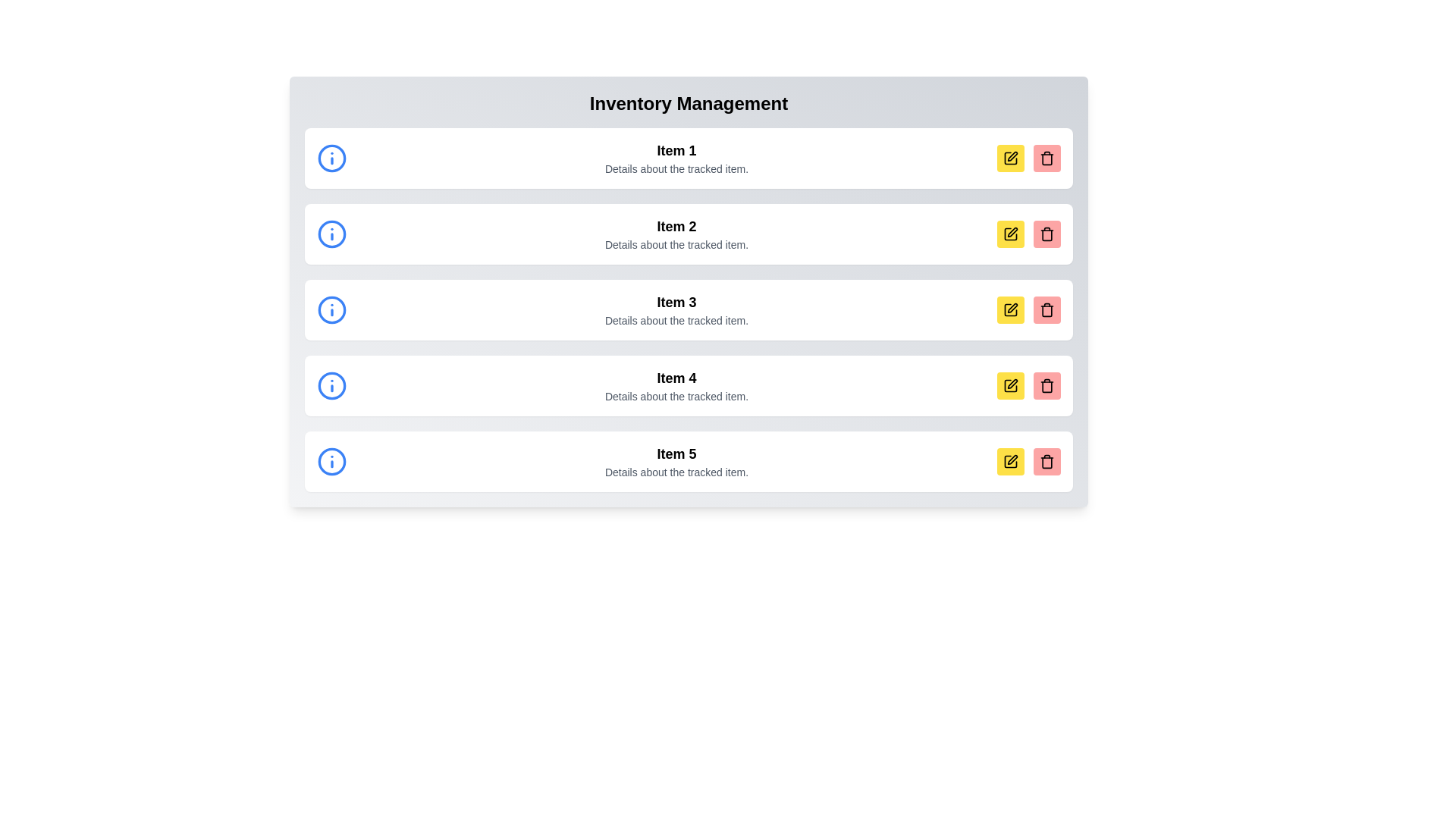  What do you see at coordinates (1046, 234) in the screenshot?
I see `the red button with a trash can icon` at bounding box center [1046, 234].